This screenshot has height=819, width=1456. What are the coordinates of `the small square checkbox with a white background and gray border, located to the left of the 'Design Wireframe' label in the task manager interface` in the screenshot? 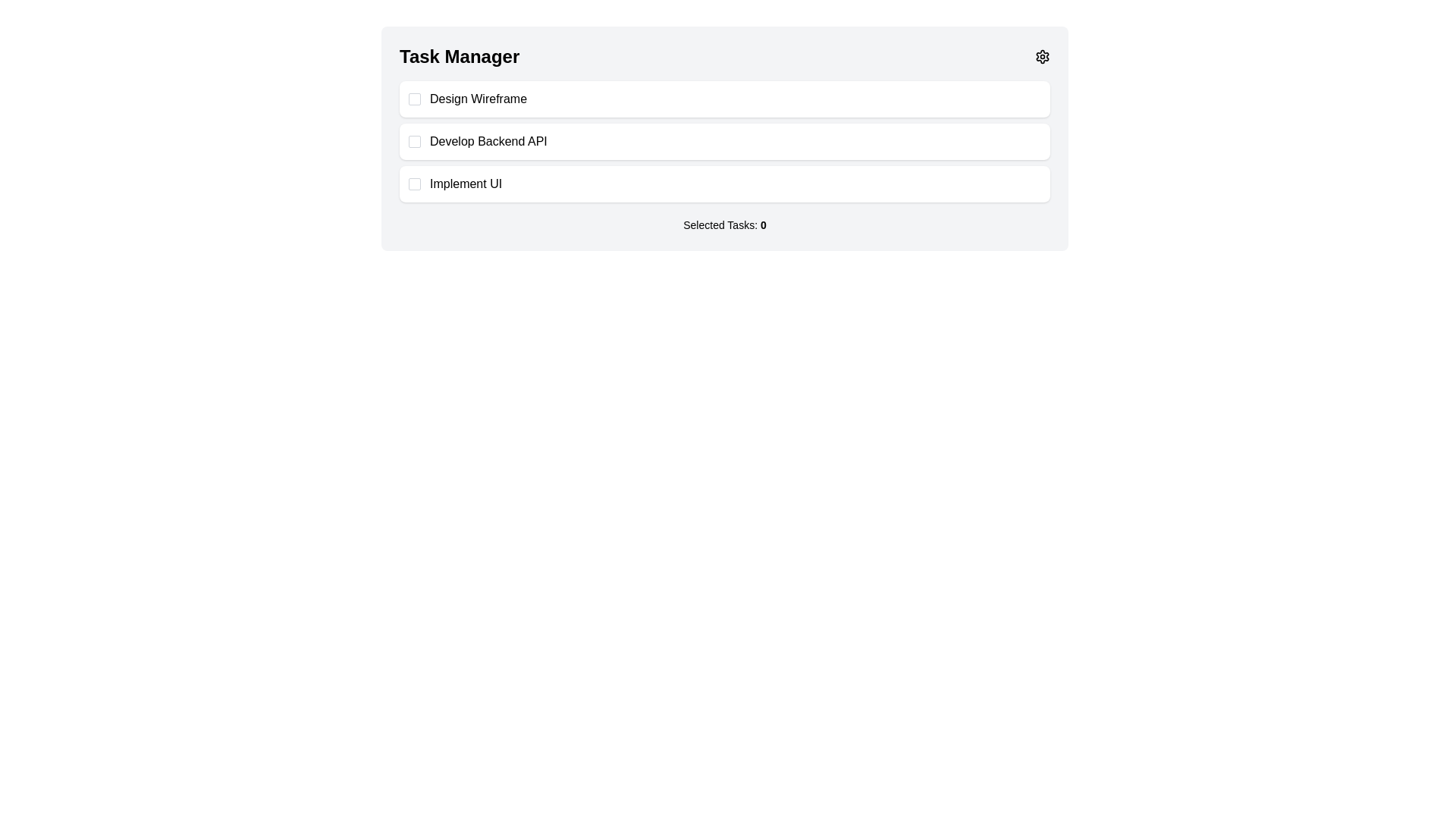 It's located at (415, 99).